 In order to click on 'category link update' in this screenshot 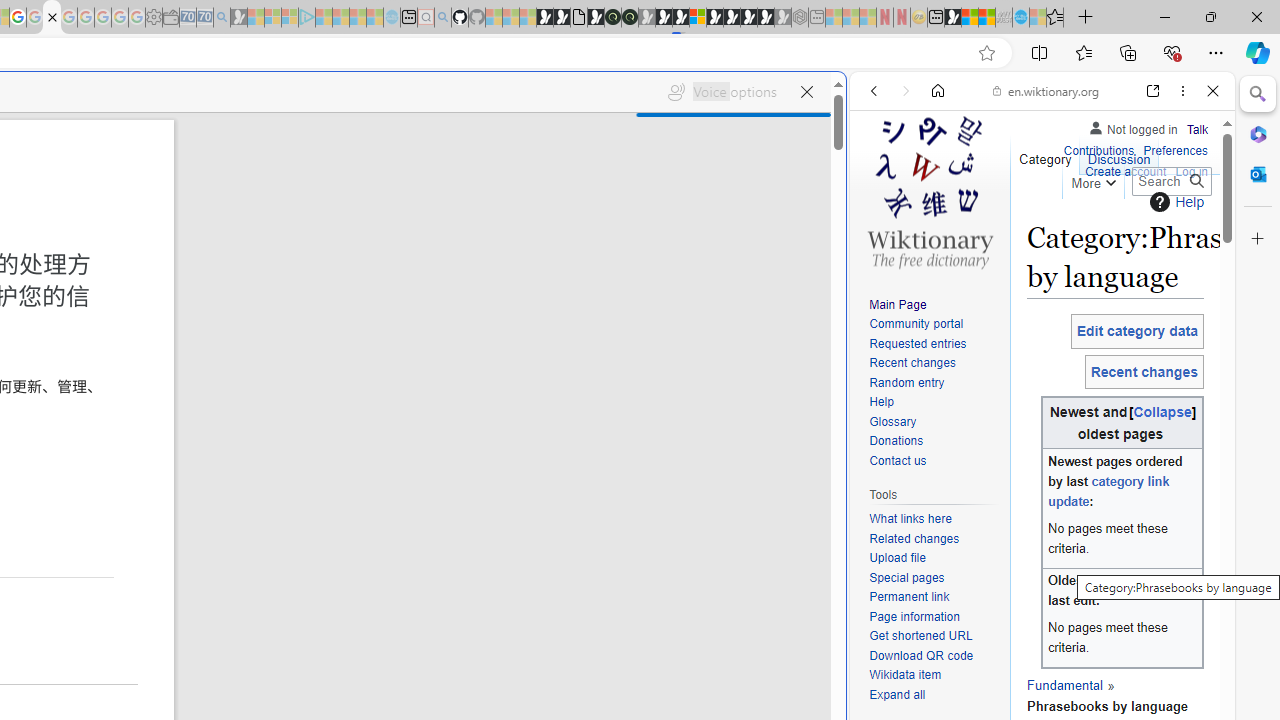, I will do `click(1108, 492)`.